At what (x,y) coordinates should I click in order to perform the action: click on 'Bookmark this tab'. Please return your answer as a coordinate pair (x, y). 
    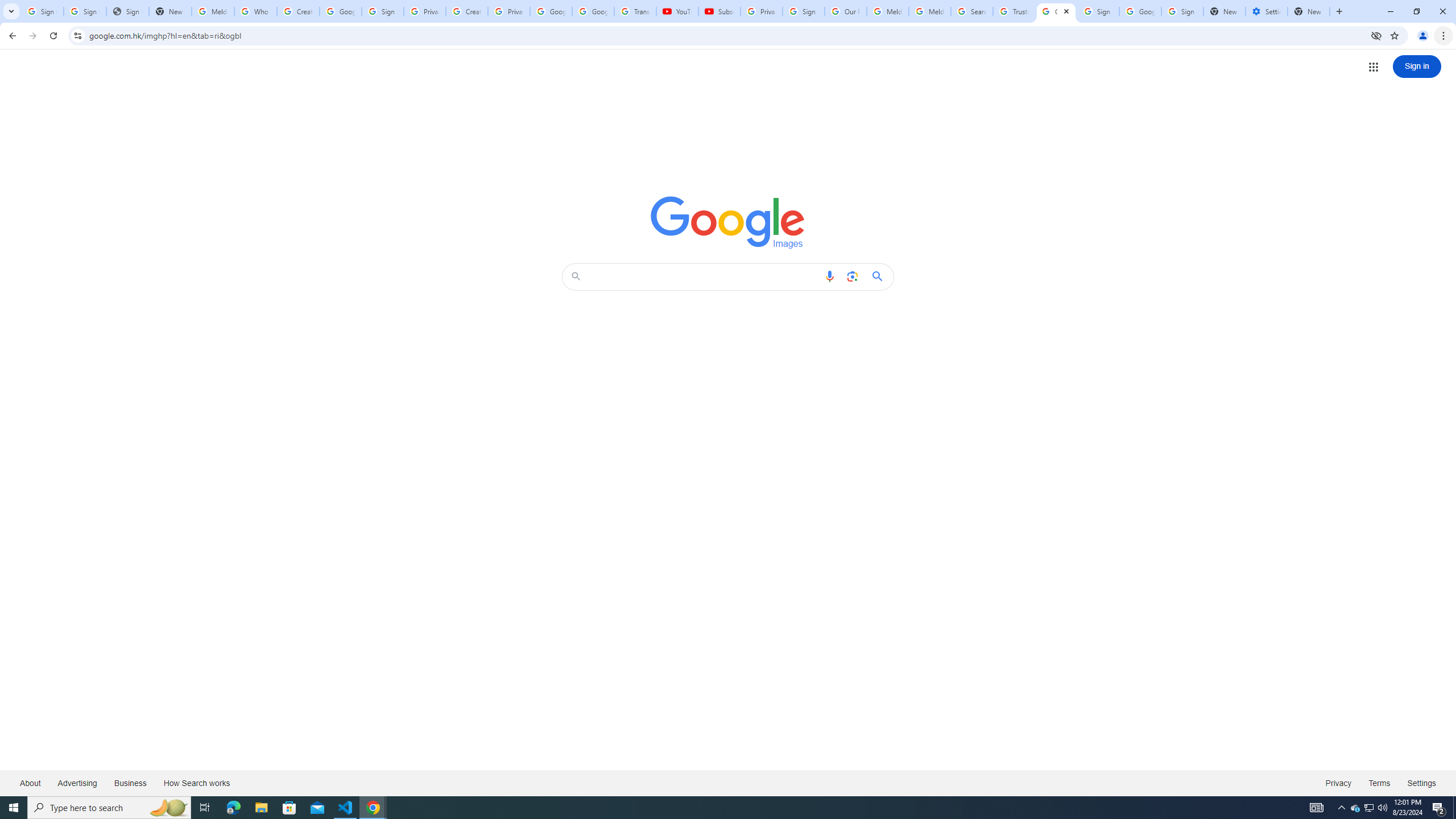
    Looking at the image, I should click on (1393, 35).